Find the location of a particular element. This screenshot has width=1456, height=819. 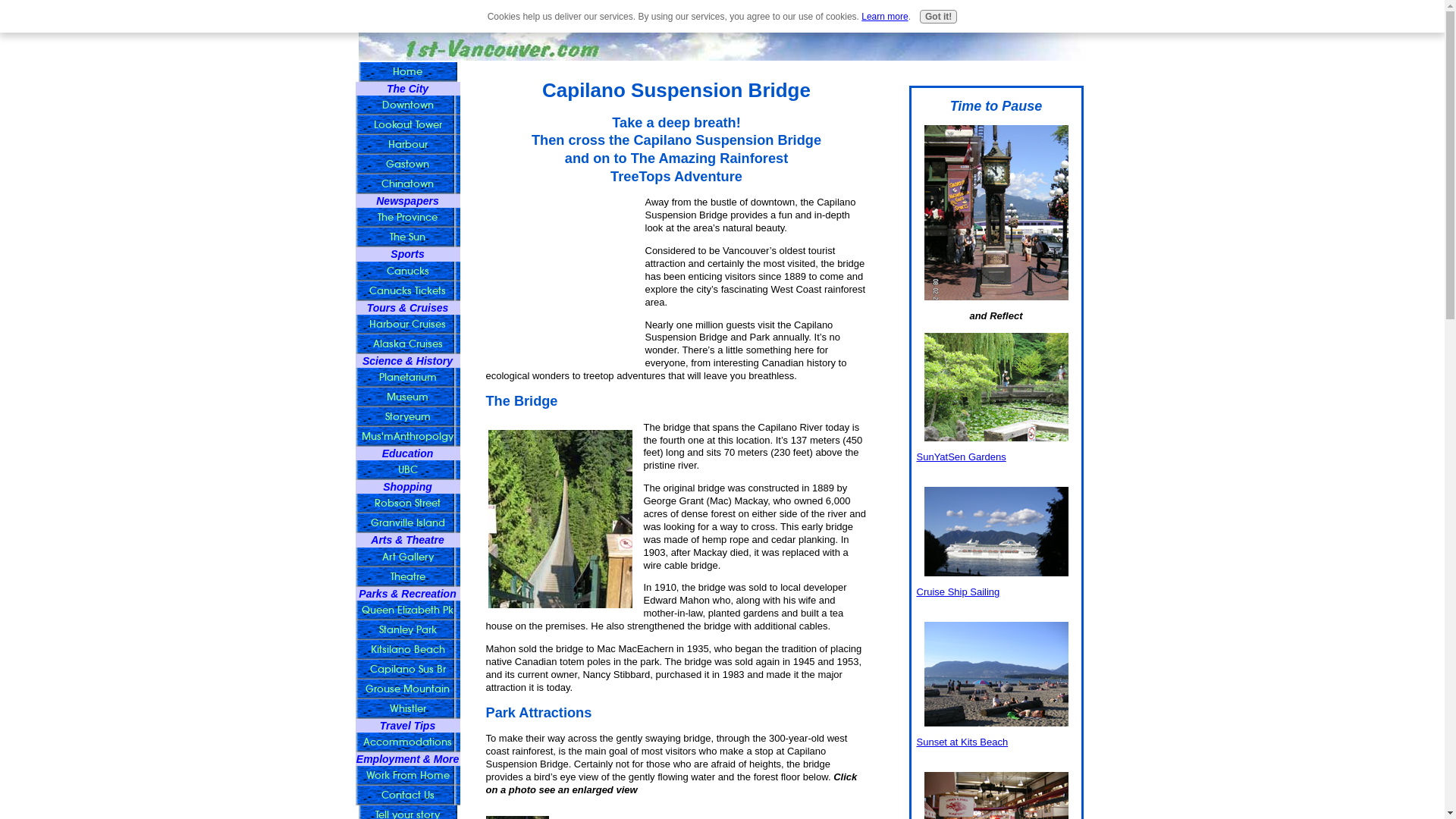

'The Sun' is located at coordinates (407, 237).